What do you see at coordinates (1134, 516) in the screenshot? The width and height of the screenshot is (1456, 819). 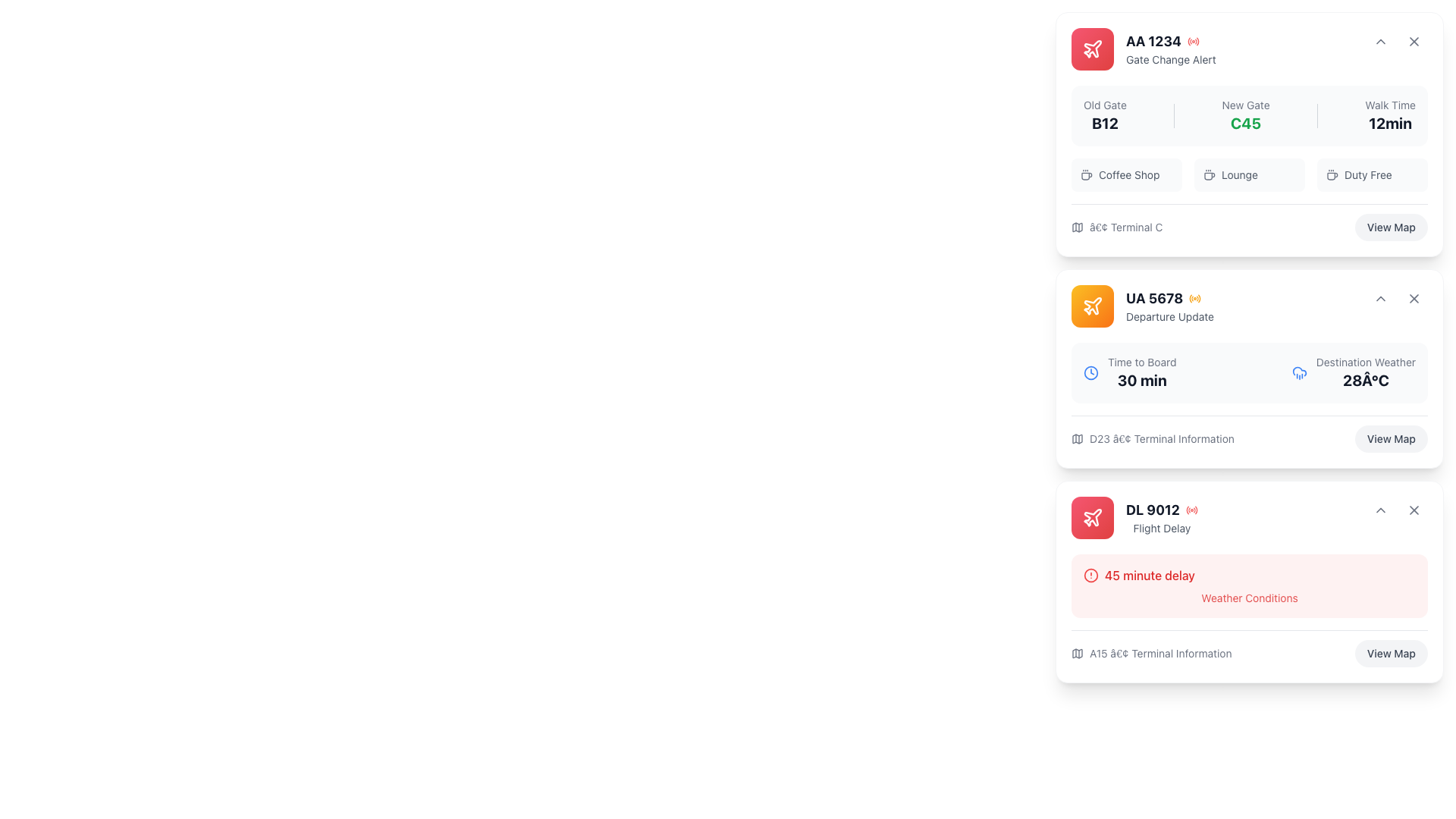 I see `the informational component displaying flight status for flight code DL 9012, which is located at the bottommost position in a vertical stack of cards` at bounding box center [1134, 516].